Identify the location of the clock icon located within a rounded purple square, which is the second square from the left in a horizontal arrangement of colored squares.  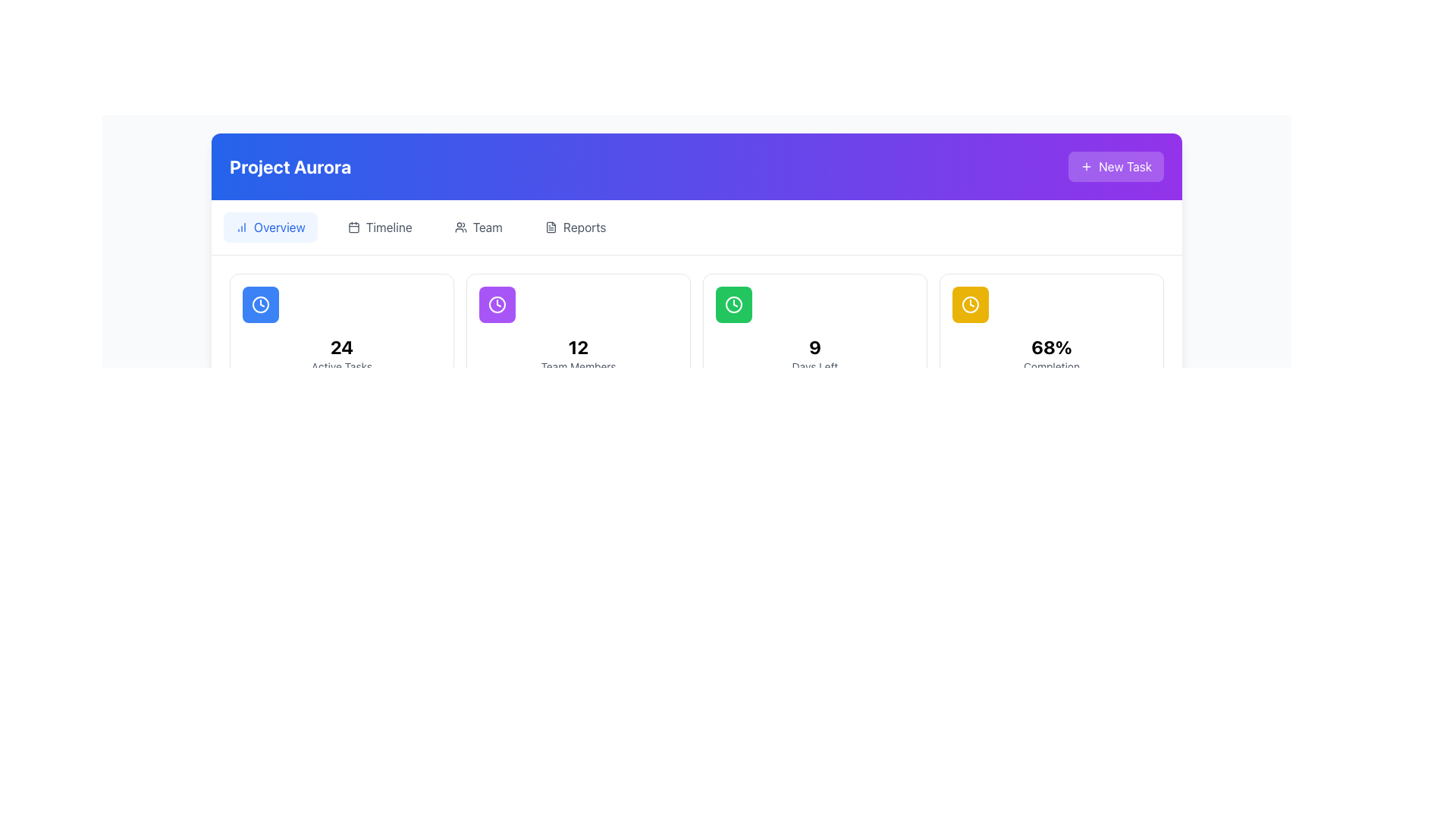
(497, 304).